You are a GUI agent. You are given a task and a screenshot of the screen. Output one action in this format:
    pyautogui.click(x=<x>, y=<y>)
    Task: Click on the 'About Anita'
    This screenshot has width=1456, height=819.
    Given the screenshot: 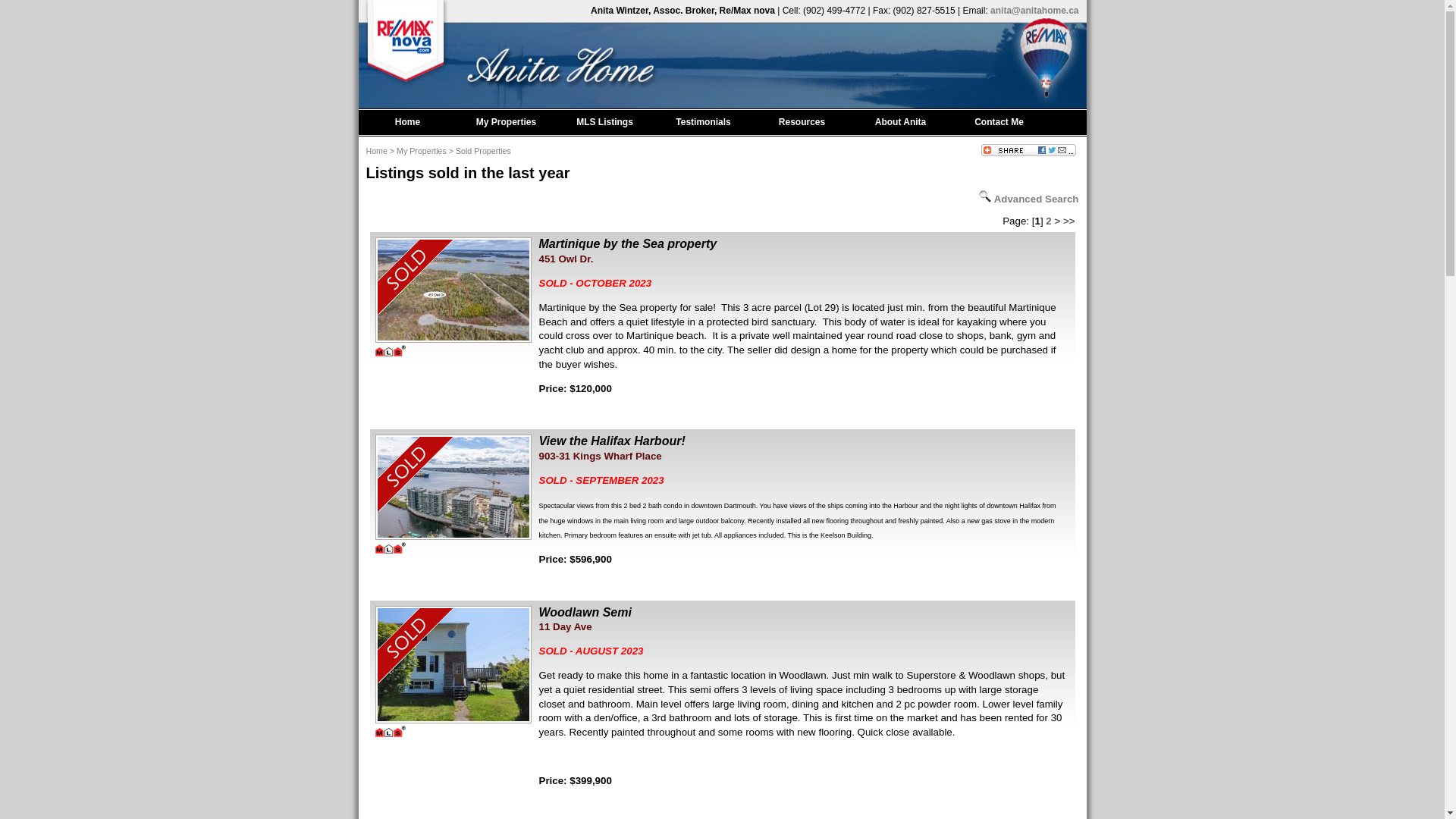 What is the action you would take?
    pyautogui.click(x=899, y=121)
    